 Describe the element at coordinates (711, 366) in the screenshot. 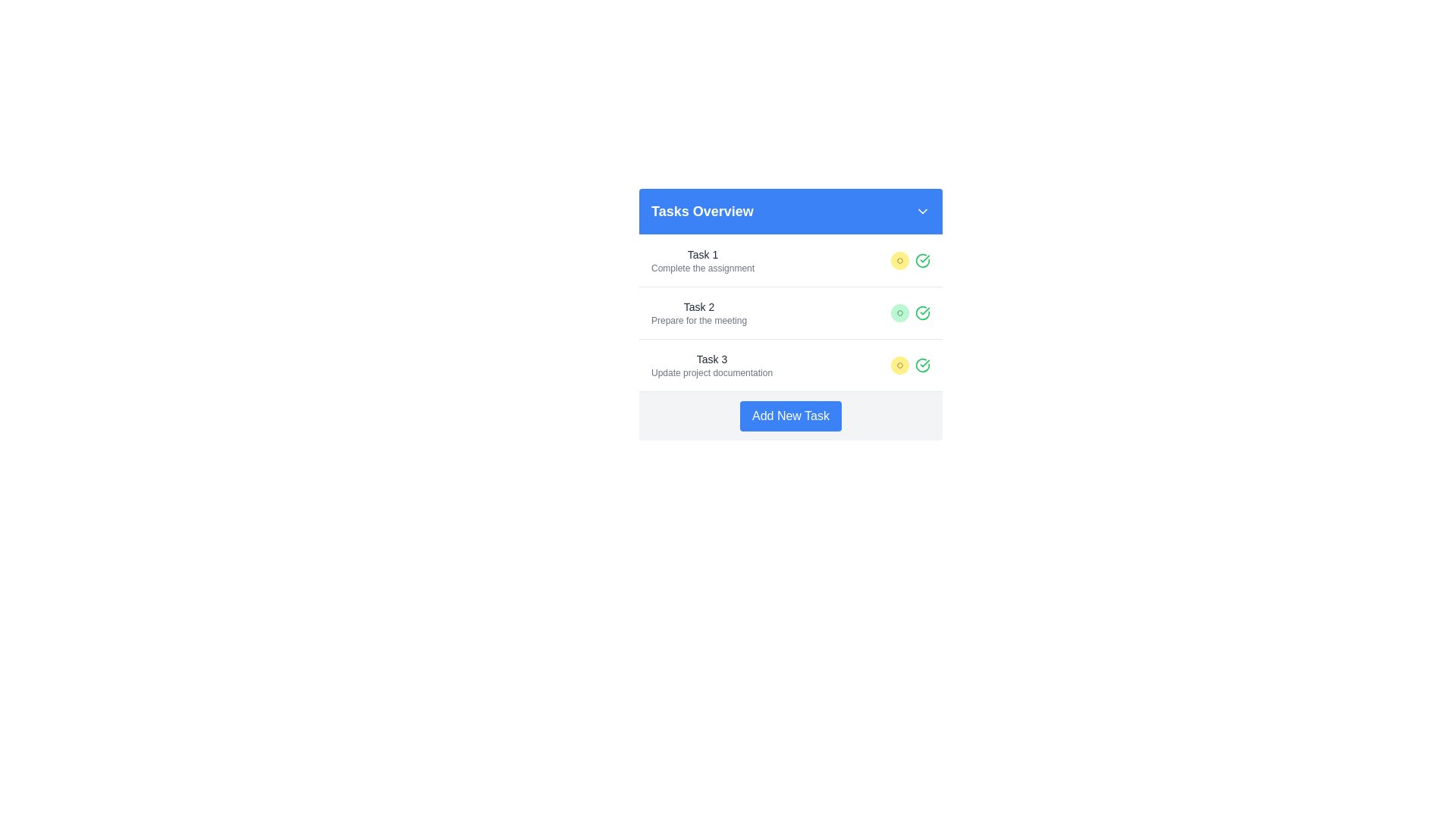

I see `task information displayed in the text block titled 'Task 3' with the subtitle 'Update project documentation', located in the third row of the task list under the 'Tasks Overview' header` at that location.